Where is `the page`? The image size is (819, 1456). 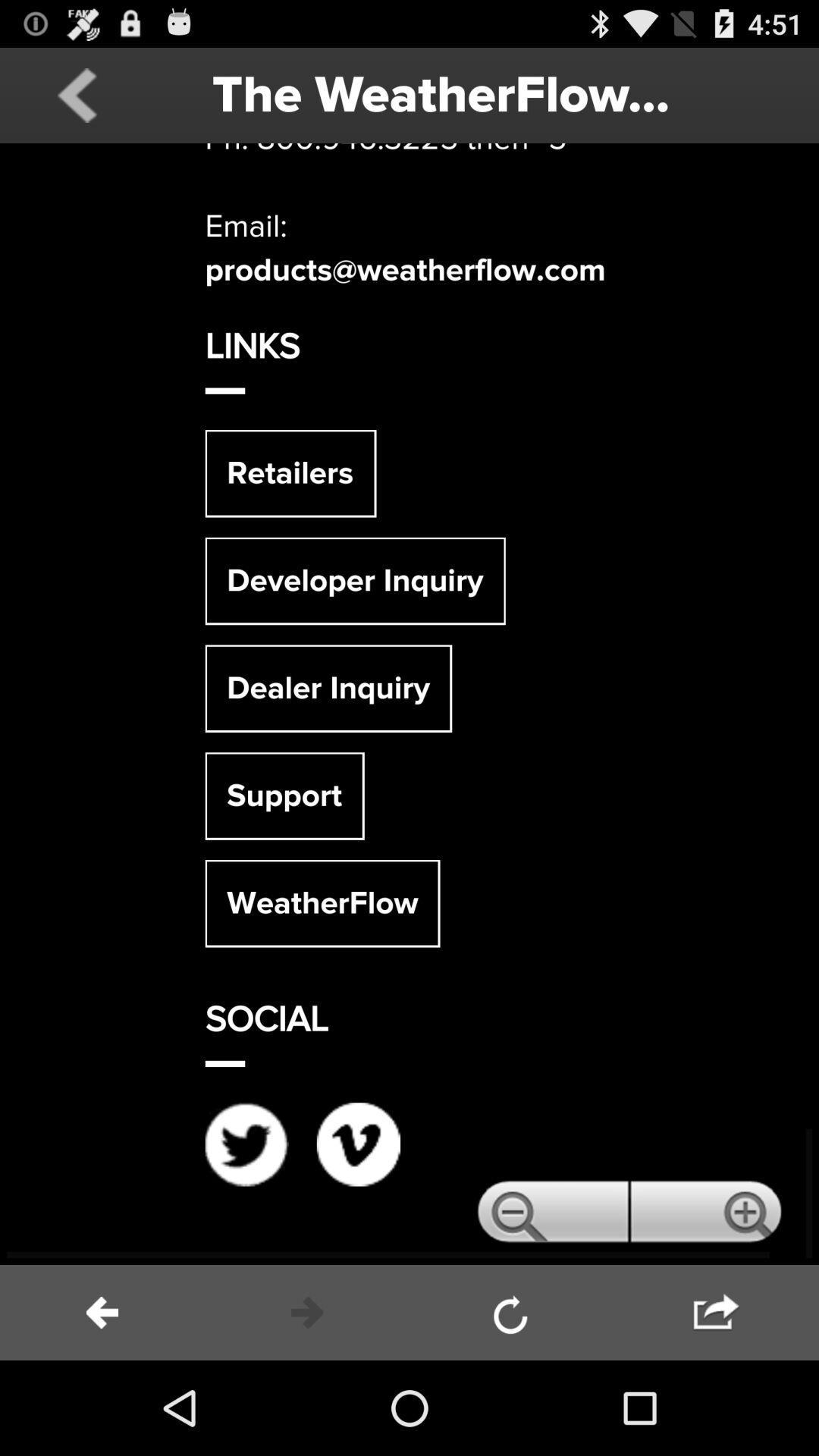
the page is located at coordinates (512, 1312).